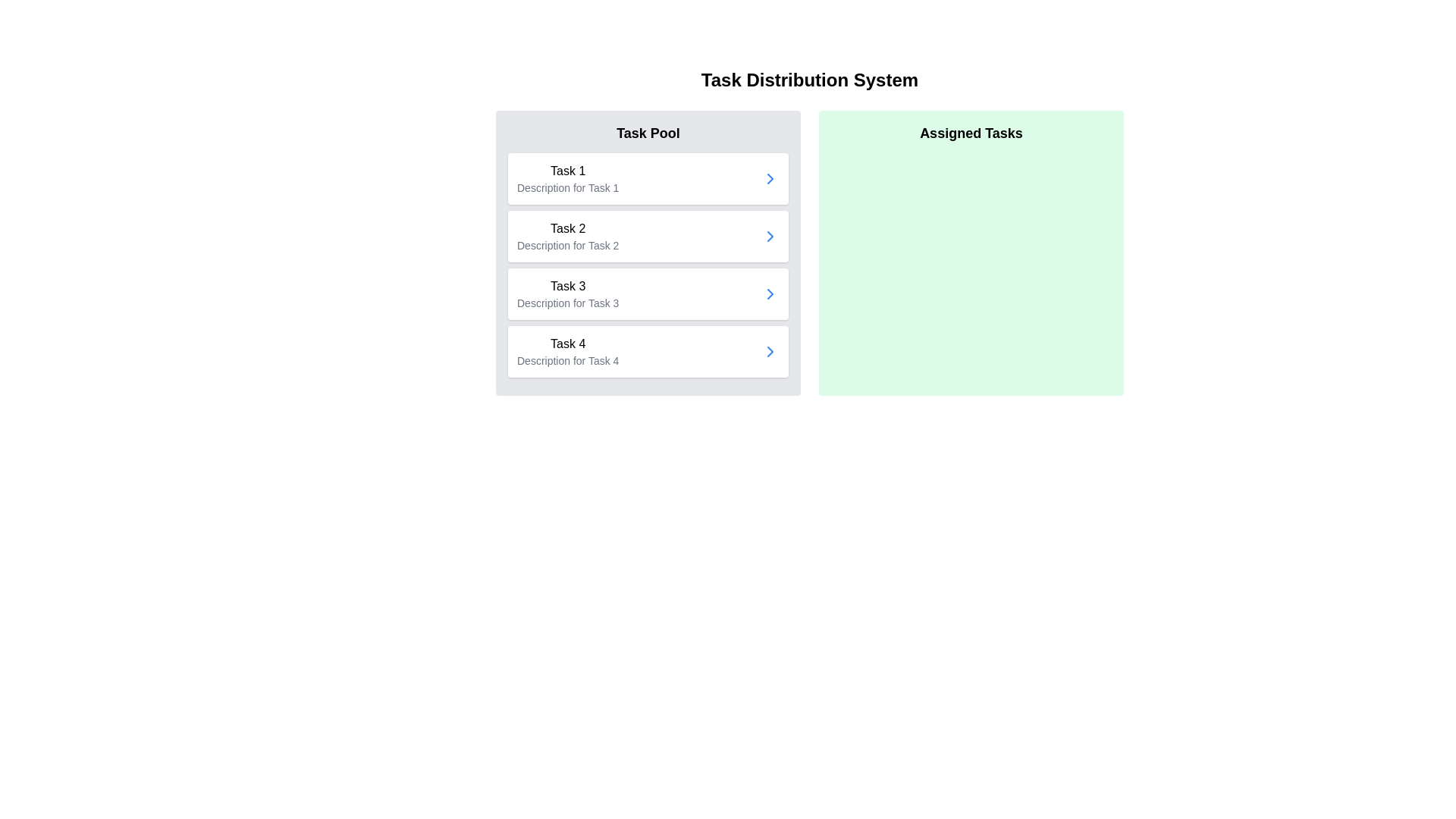 This screenshot has height=819, width=1456. What do you see at coordinates (567, 245) in the screenshot?
I see `the text label that provides additional information about 'Task 2' located in the second list item of the 'Task Pool' section` at bounding box center [567, 245].